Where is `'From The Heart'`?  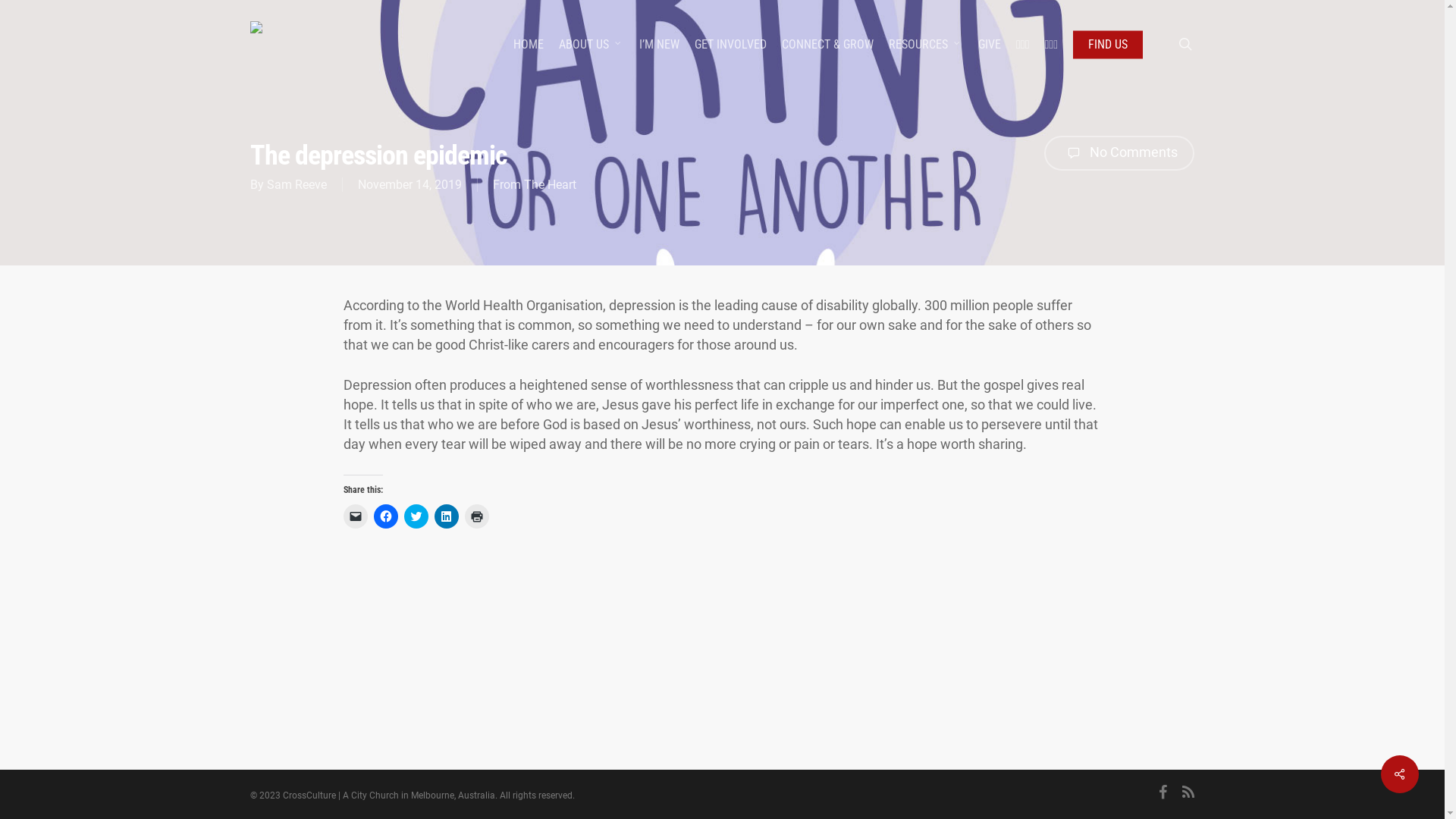 'From The Heart' is located at coordinates (535, 184).